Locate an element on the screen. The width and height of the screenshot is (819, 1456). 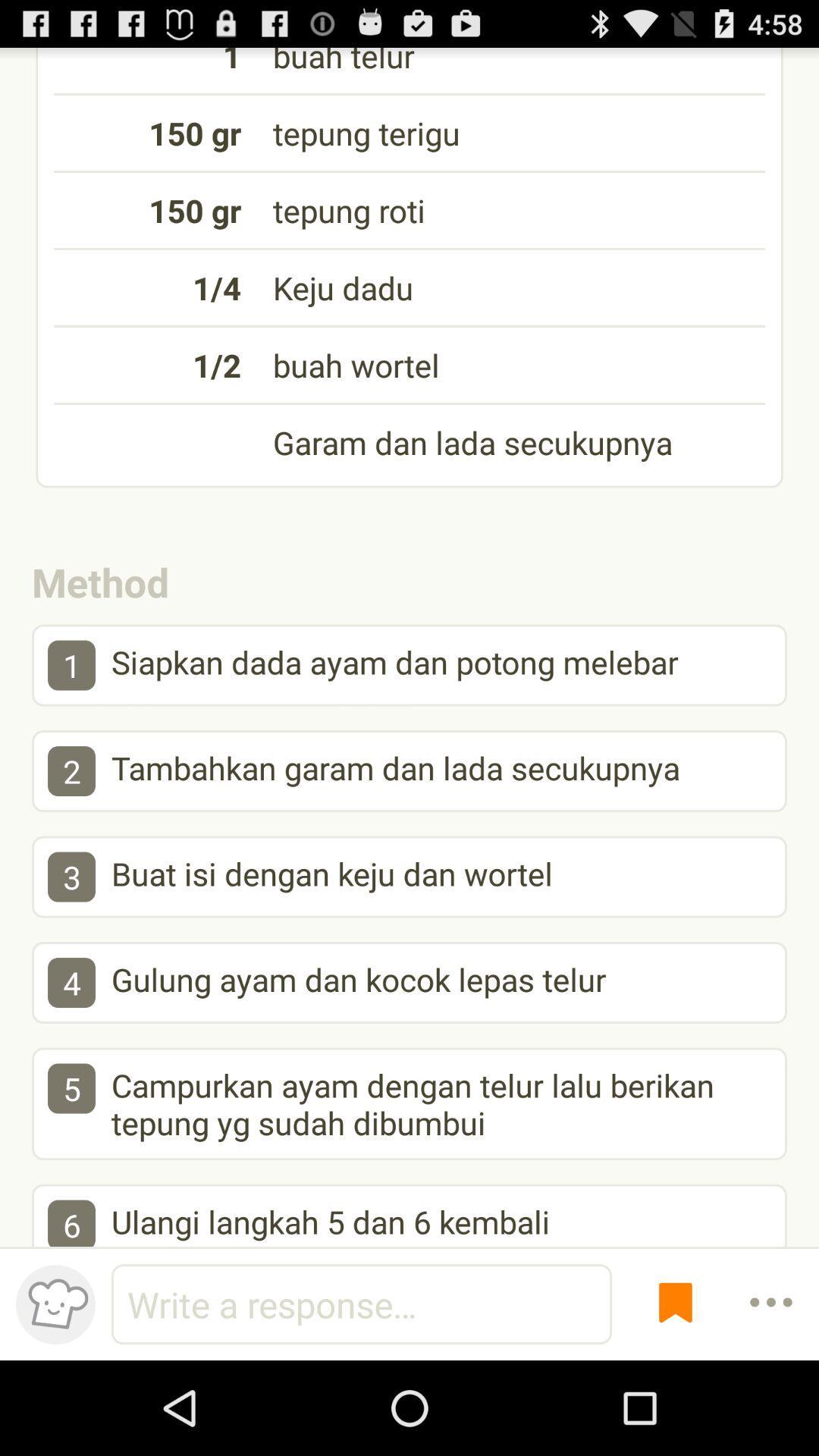
the bookmark icon is located at coordinates (675, 1395).